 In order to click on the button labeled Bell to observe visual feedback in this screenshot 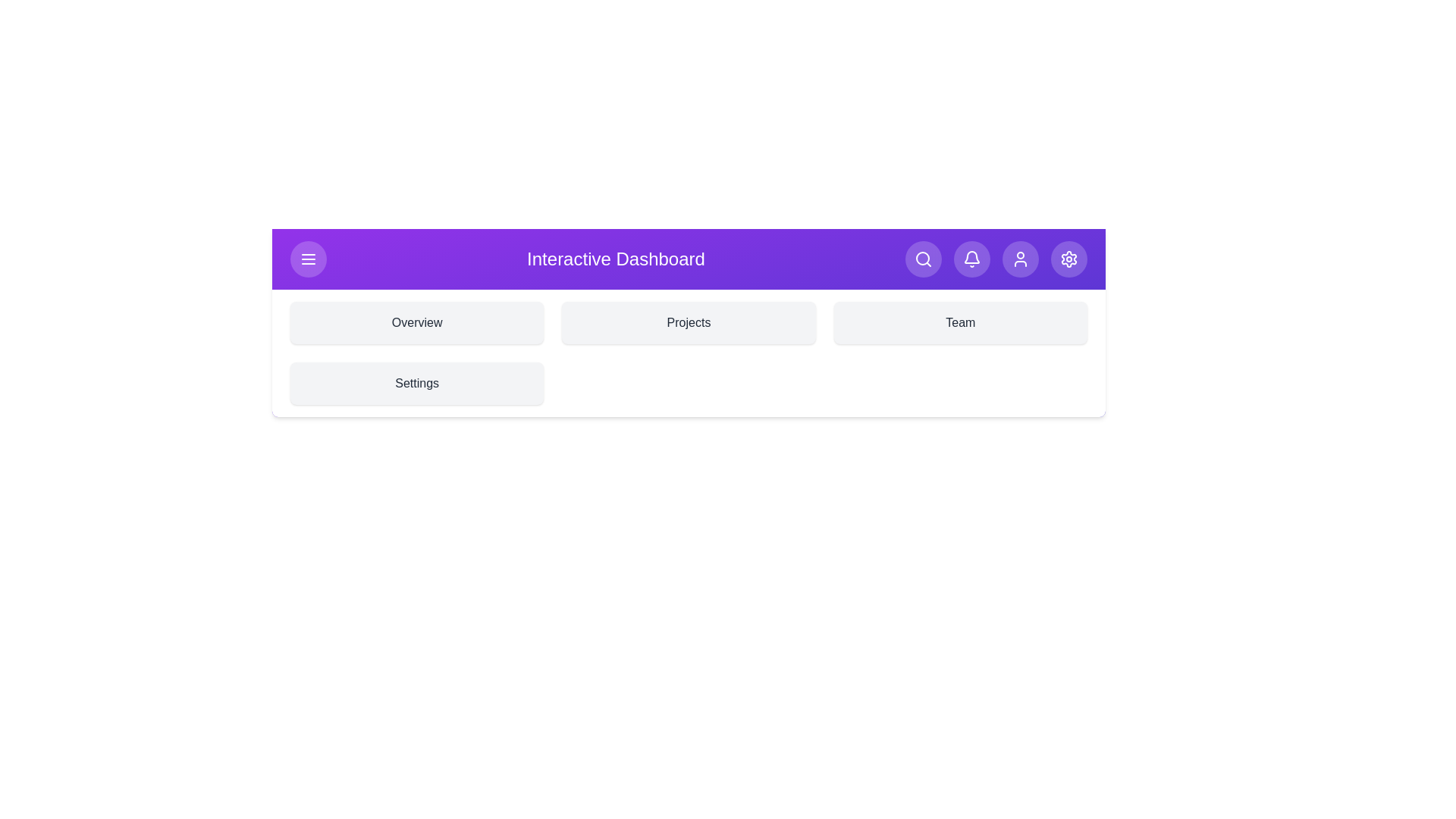, I will do `click(971, 259)`.